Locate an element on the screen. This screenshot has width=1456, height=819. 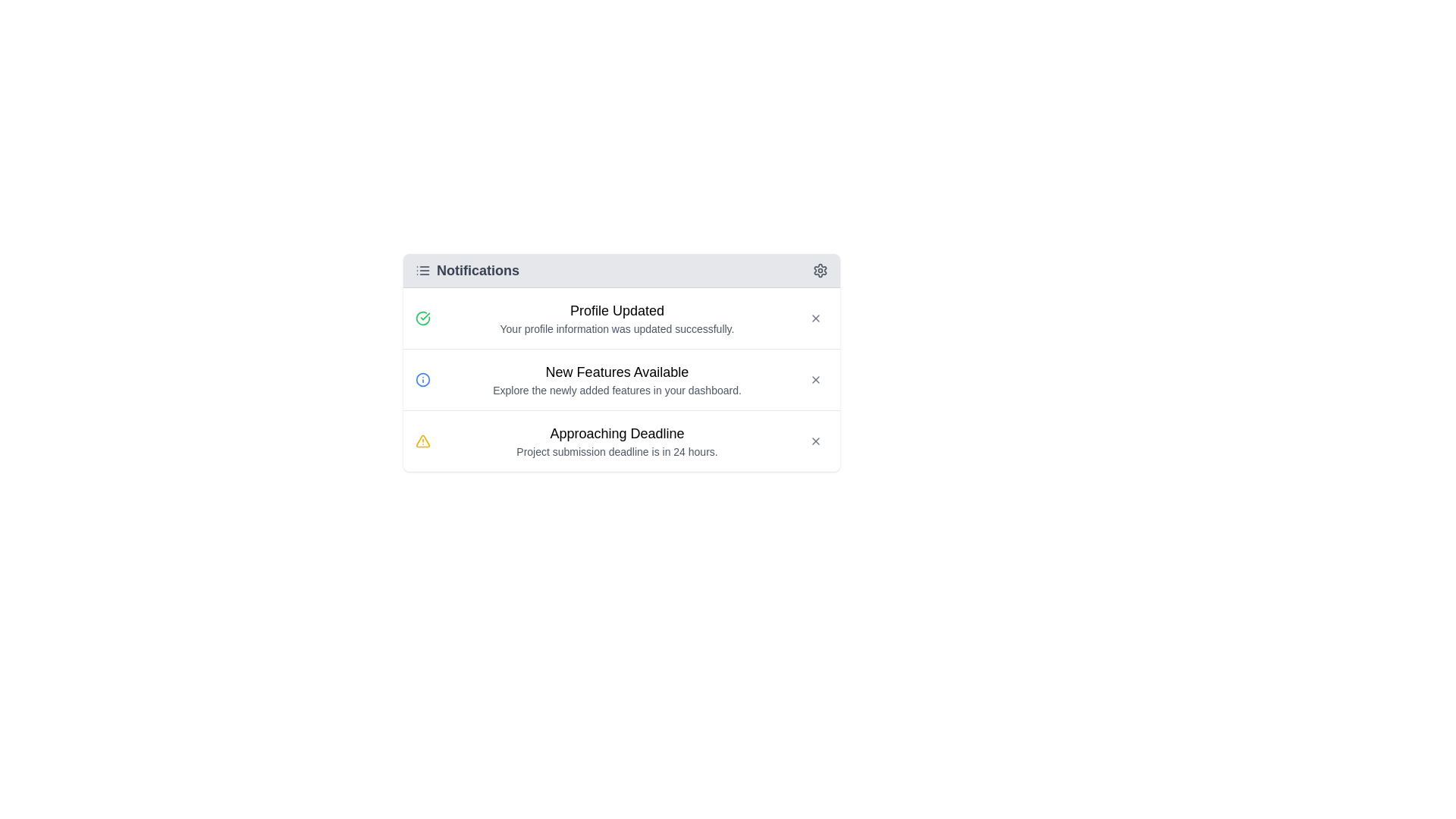
the dismiss button that removes the 'New Features Available' notification, located at the rightmost end of the notification interface is located at coordinates (814, 379).